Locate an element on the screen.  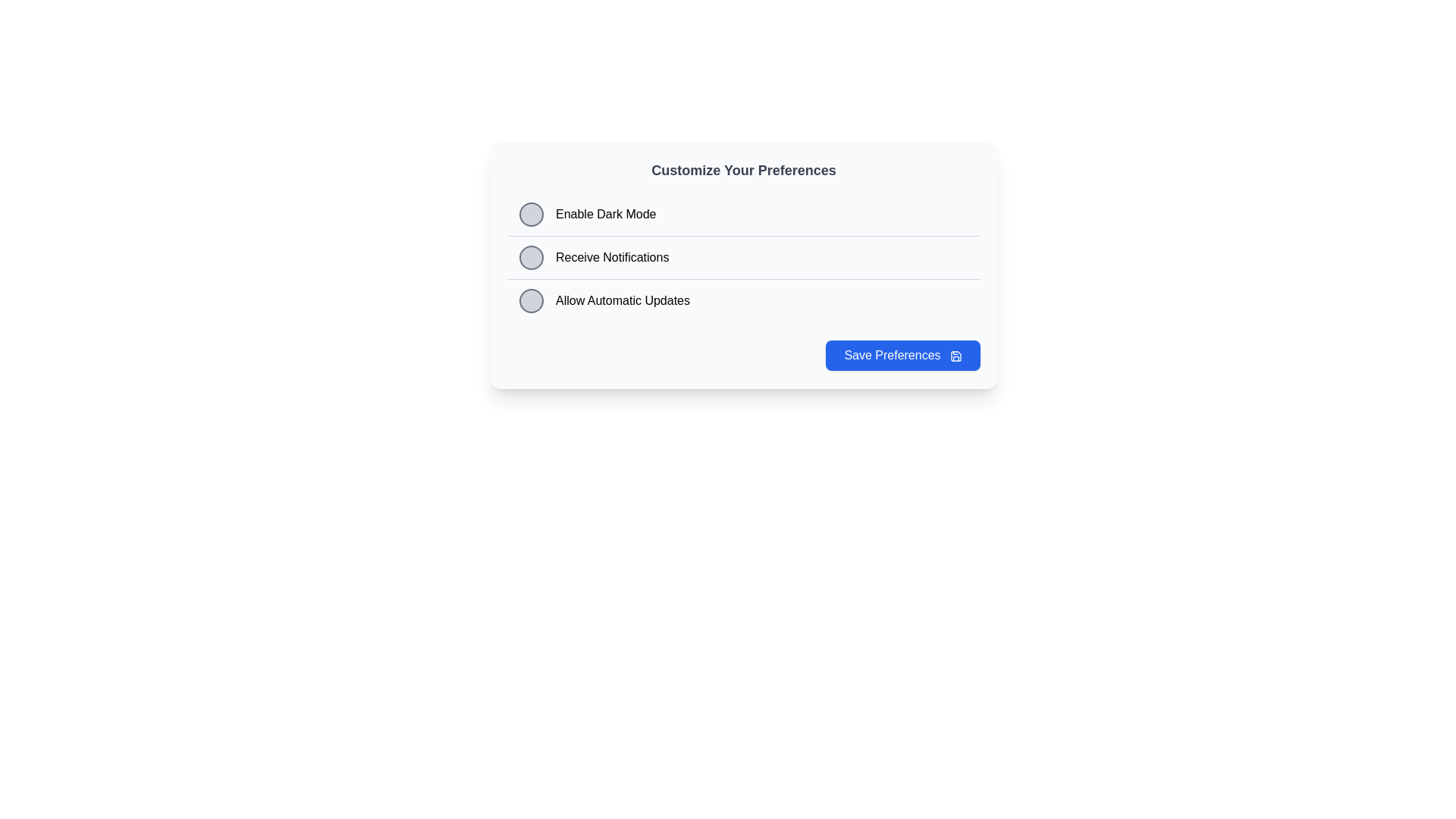
the heading 'Customize Your Preferences' which is styled in bold and larger font, located at the top of the centered card layout is located at coordinates (743, 170).